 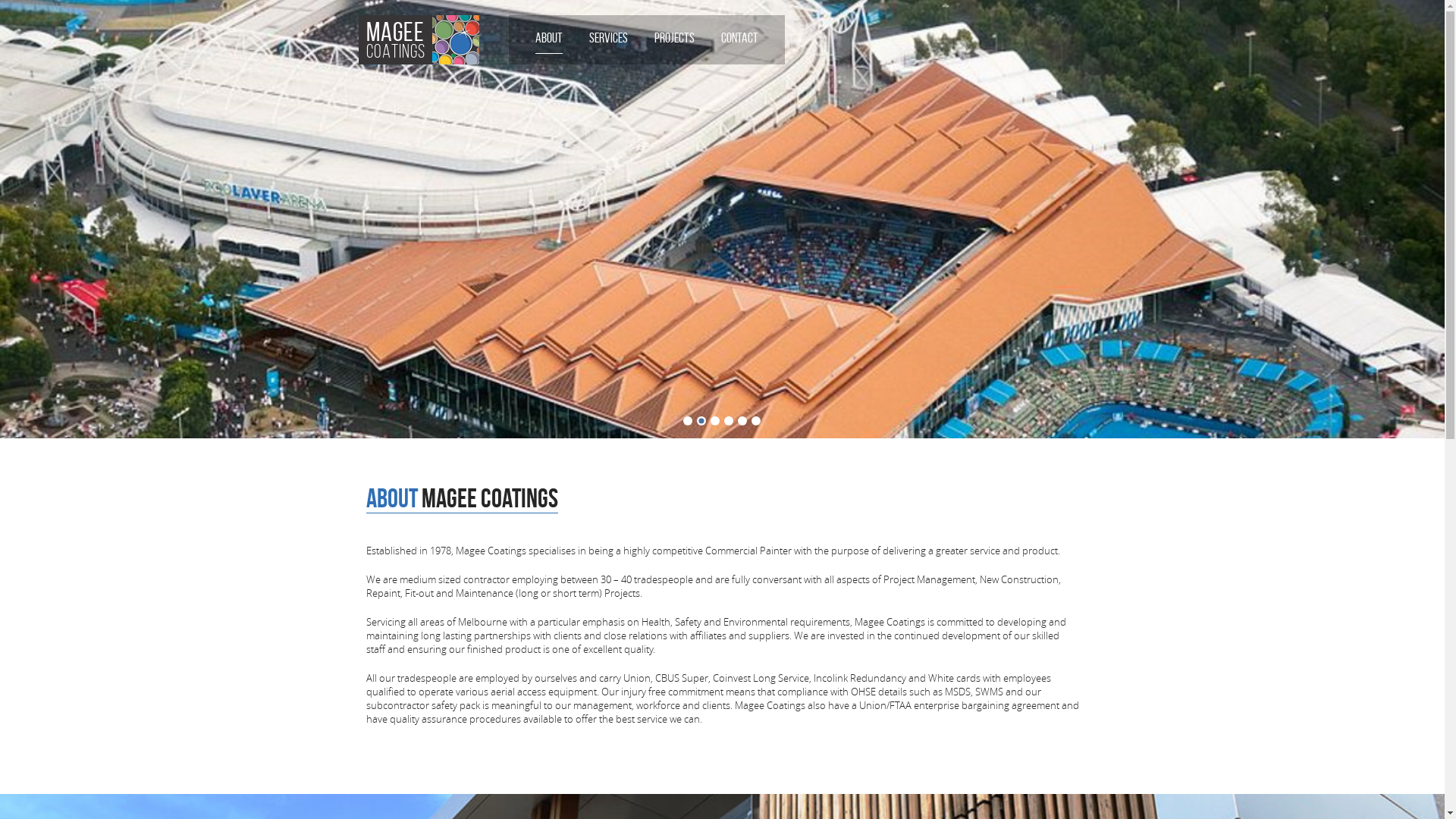 I want to click on 'PROJECTS', so click(x=673, y=37).